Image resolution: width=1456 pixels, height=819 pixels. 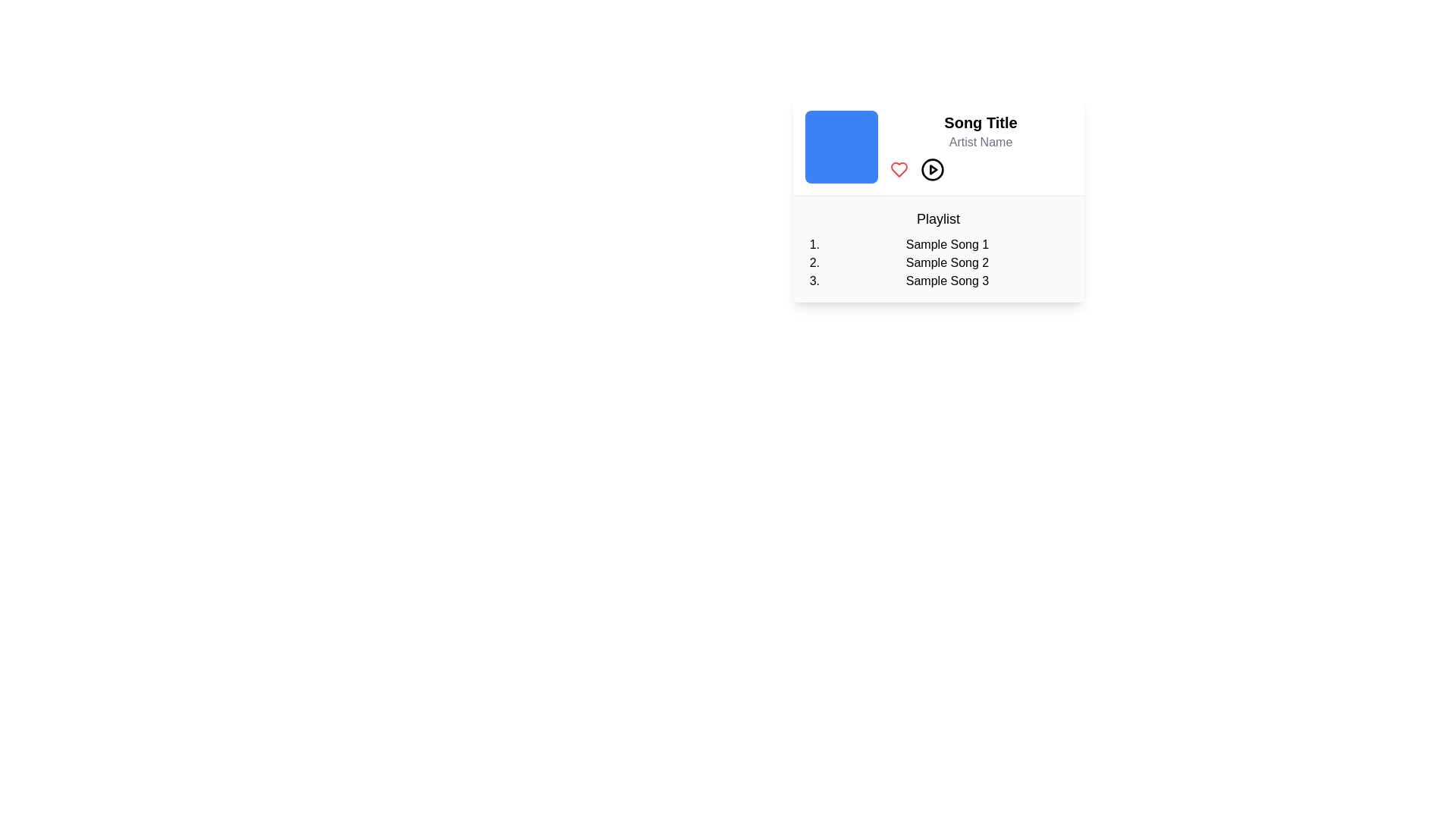 I want to click on the favorite icon located at the upper-right area of the media card to like or favorite the item, so click(x=899, y=169).